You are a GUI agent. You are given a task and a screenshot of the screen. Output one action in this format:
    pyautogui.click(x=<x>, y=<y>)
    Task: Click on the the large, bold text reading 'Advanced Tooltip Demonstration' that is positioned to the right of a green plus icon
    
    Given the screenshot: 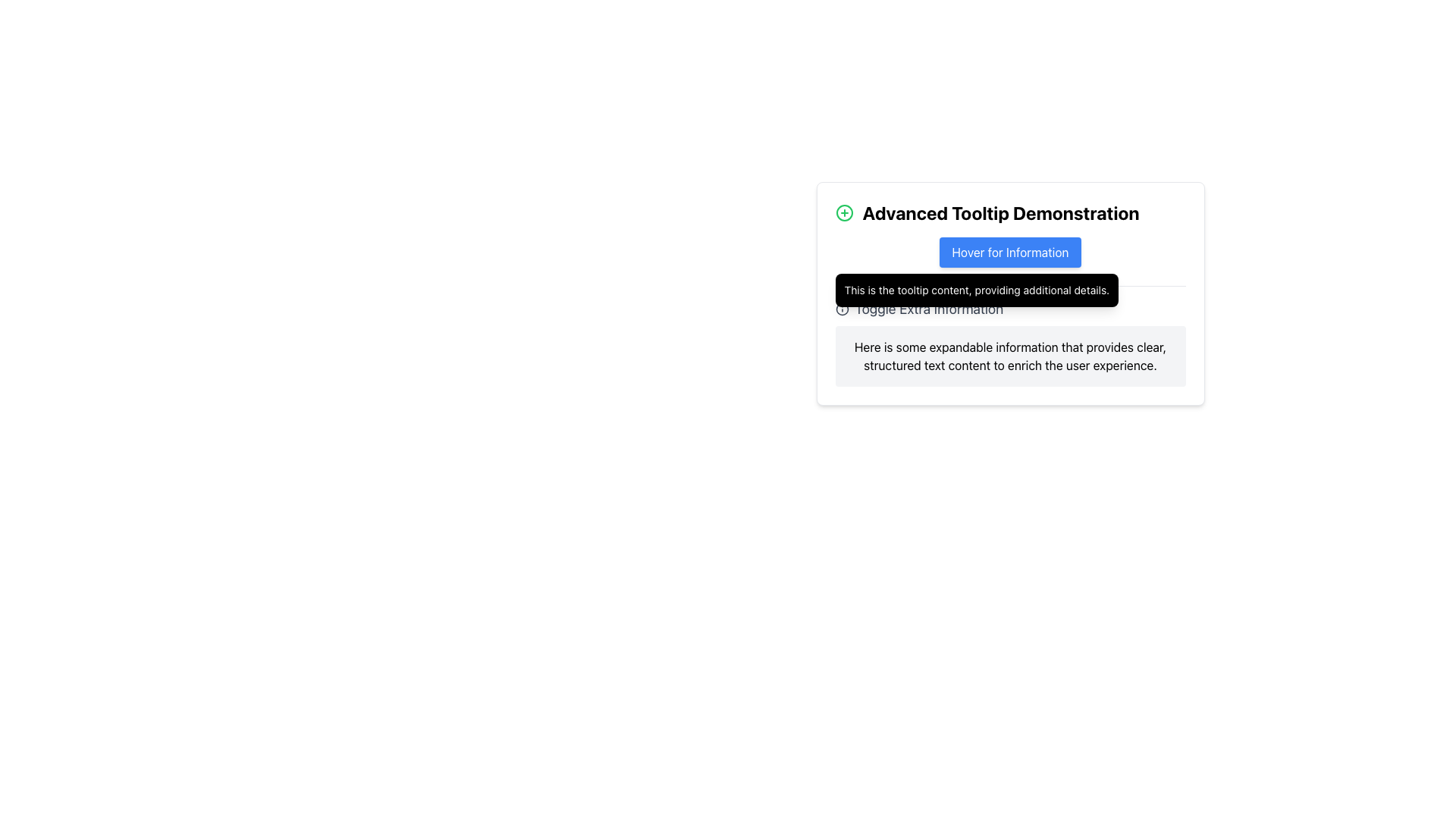 What is the action you would take?
    pyautogui.click(x=1001, y=213)
    